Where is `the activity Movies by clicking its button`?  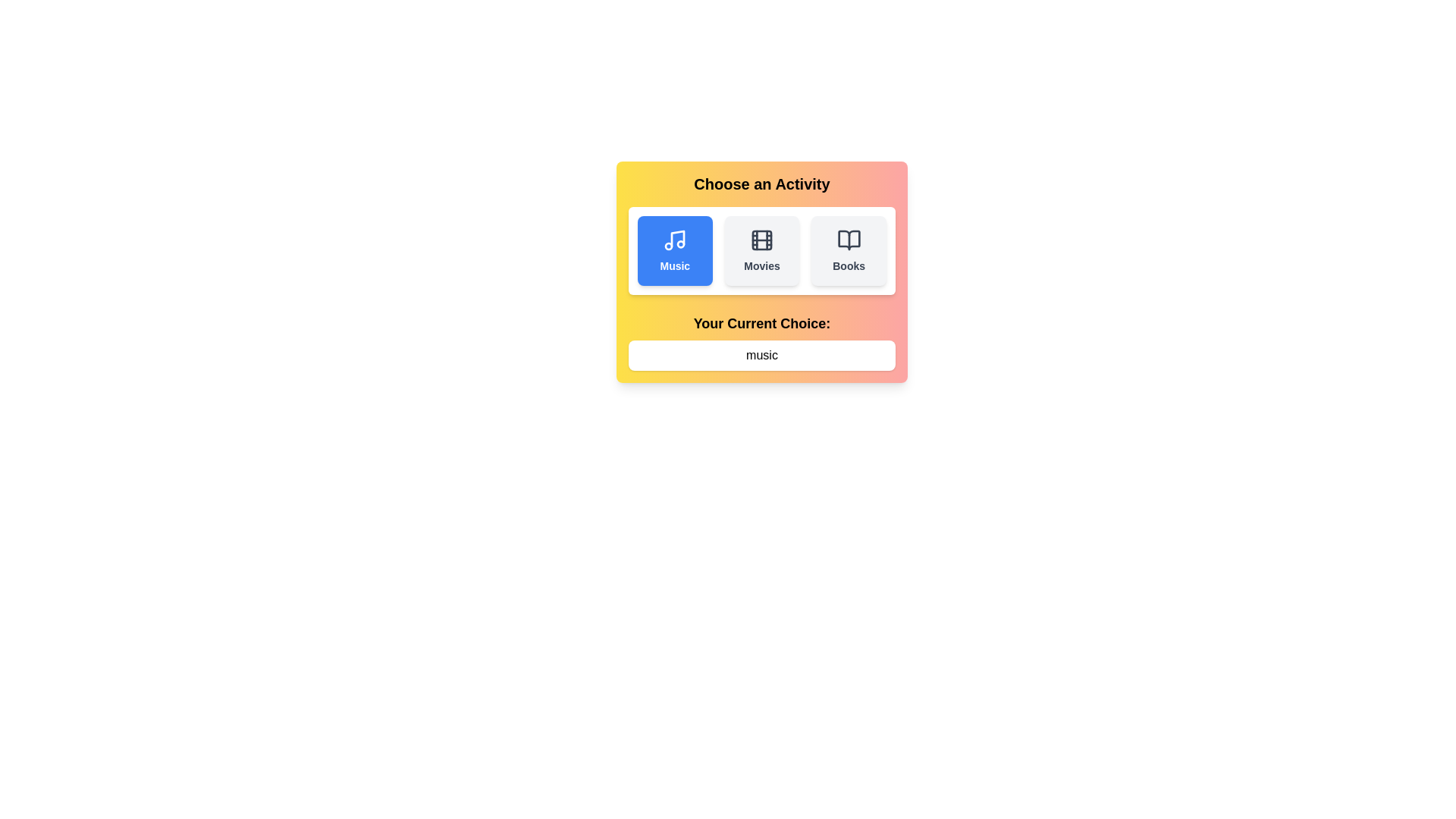 the activity Movies by clicking its button is located at coordinates (761, 250).